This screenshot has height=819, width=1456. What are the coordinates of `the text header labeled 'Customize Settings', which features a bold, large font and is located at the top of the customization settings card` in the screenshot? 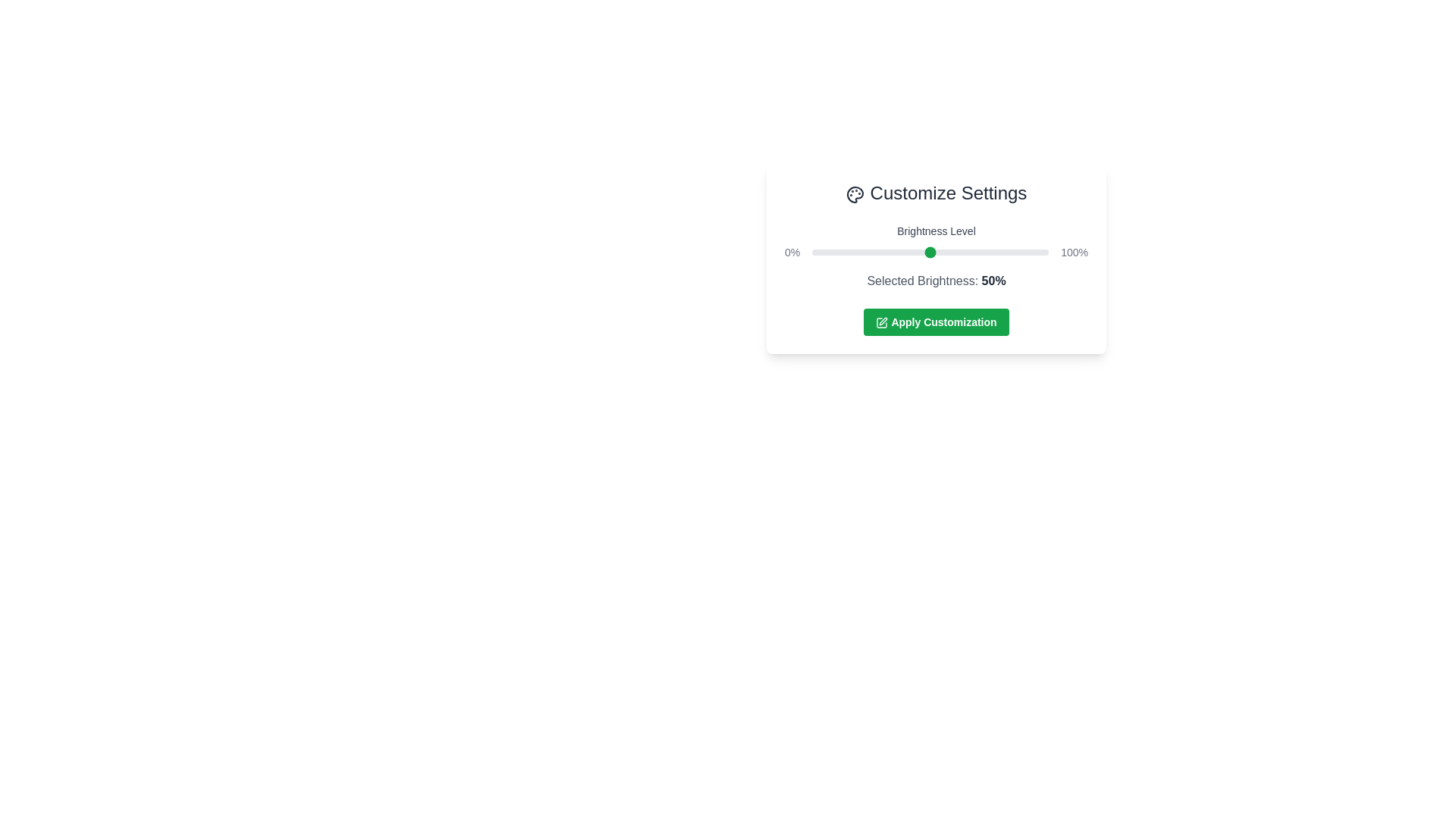 It's located at (935, 192).